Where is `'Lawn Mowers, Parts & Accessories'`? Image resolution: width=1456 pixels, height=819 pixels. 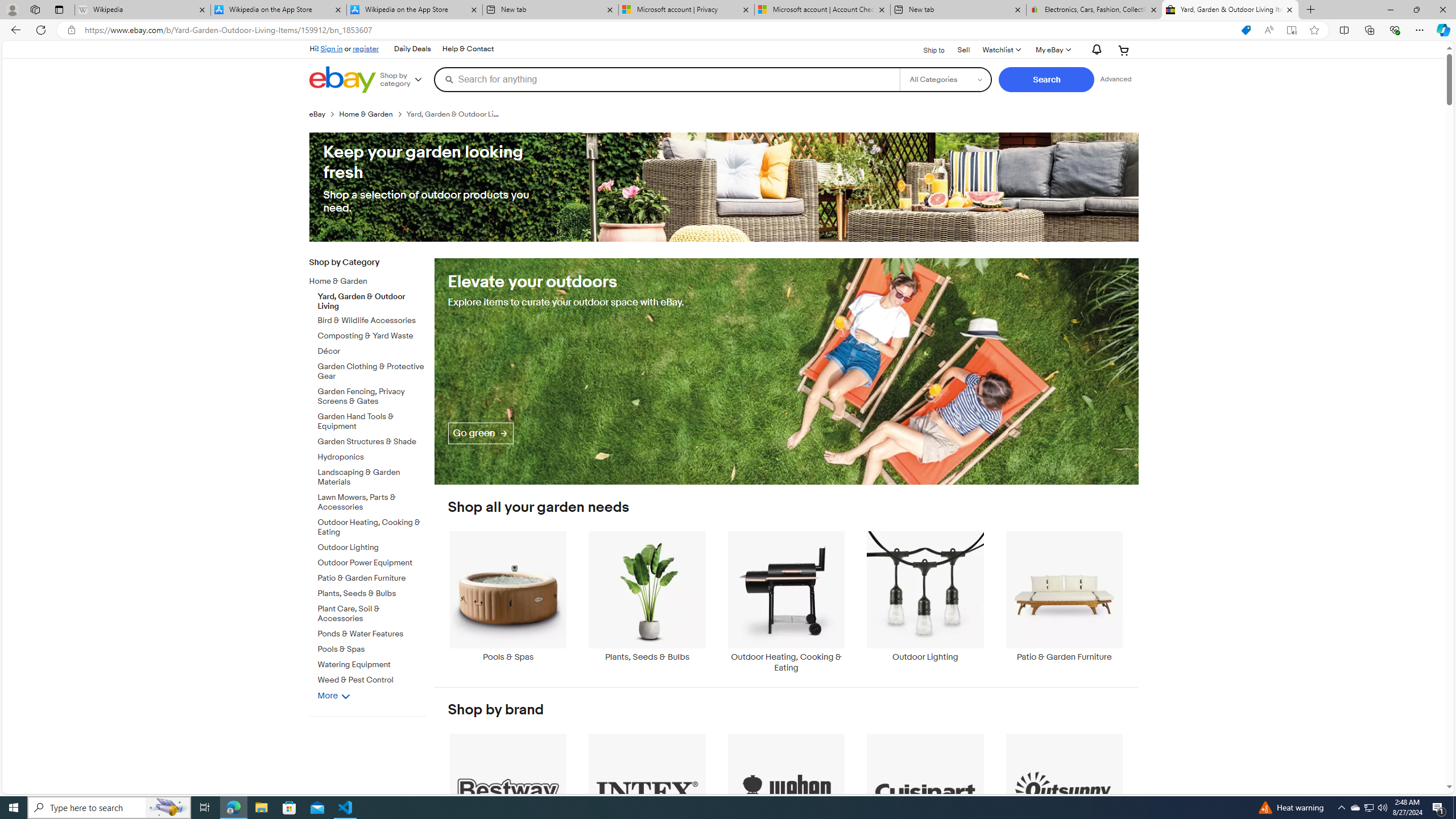
'Lawn Mowers, Parts & Accessories' is located at coordinates (371, 502).